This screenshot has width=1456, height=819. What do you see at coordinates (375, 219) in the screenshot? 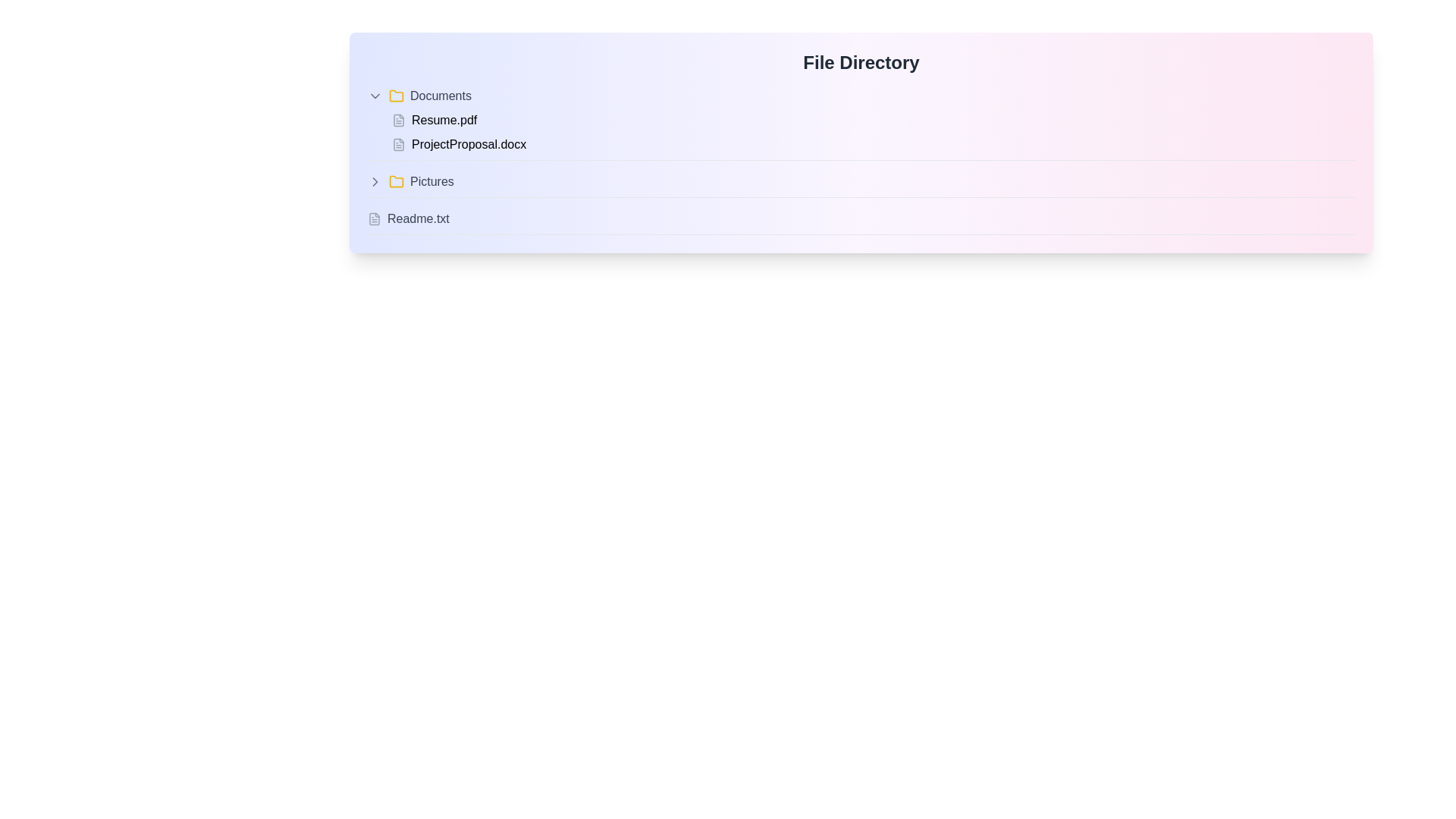
I see `the file icon for 'Readme.txt' located under the 'Pictures' folder in the file directory display` at bounding box center [375, 219].